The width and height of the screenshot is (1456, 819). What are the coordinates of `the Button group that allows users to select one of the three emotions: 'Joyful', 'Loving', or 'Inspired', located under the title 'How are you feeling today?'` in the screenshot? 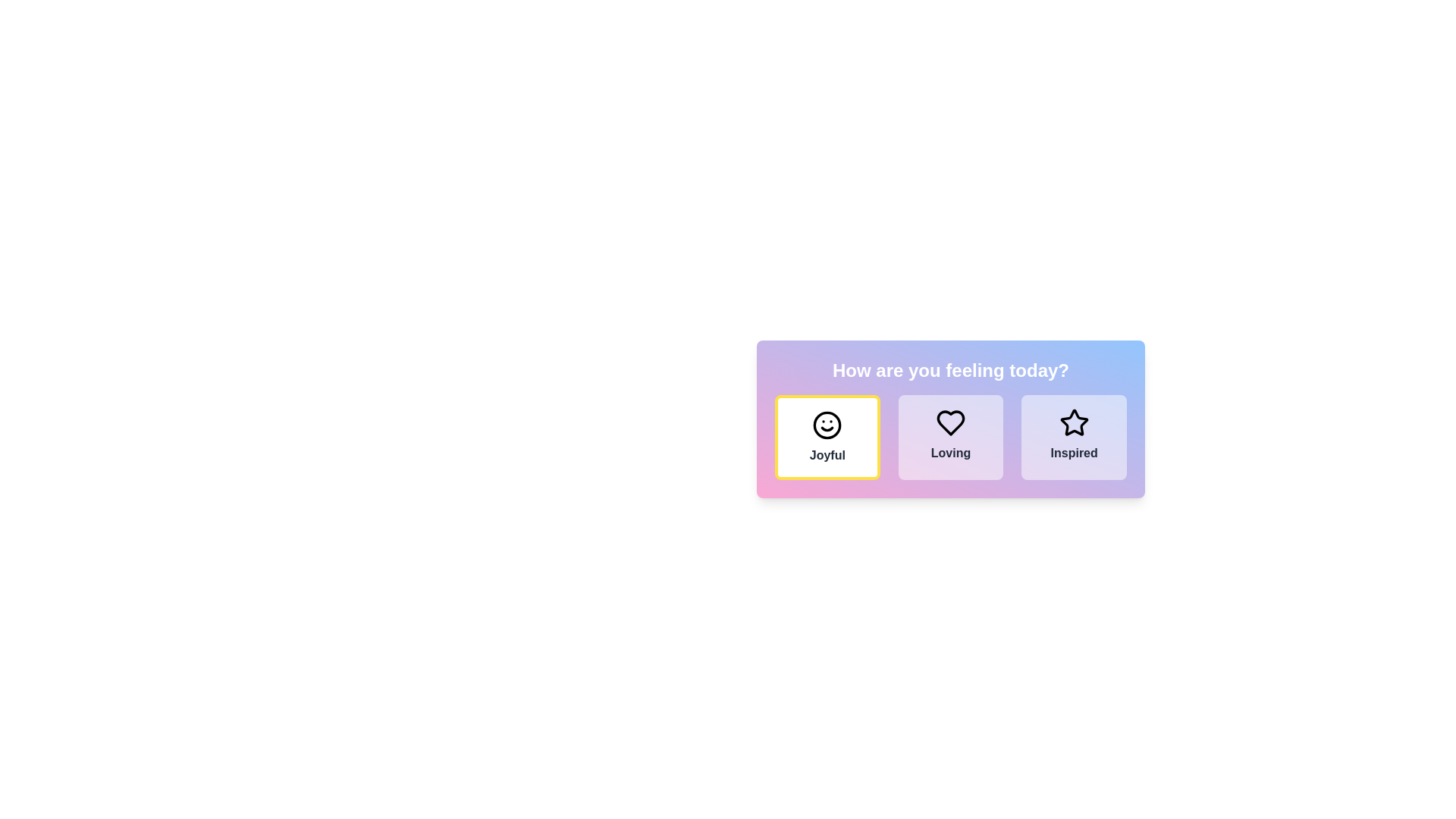 It's located at (949, 419).